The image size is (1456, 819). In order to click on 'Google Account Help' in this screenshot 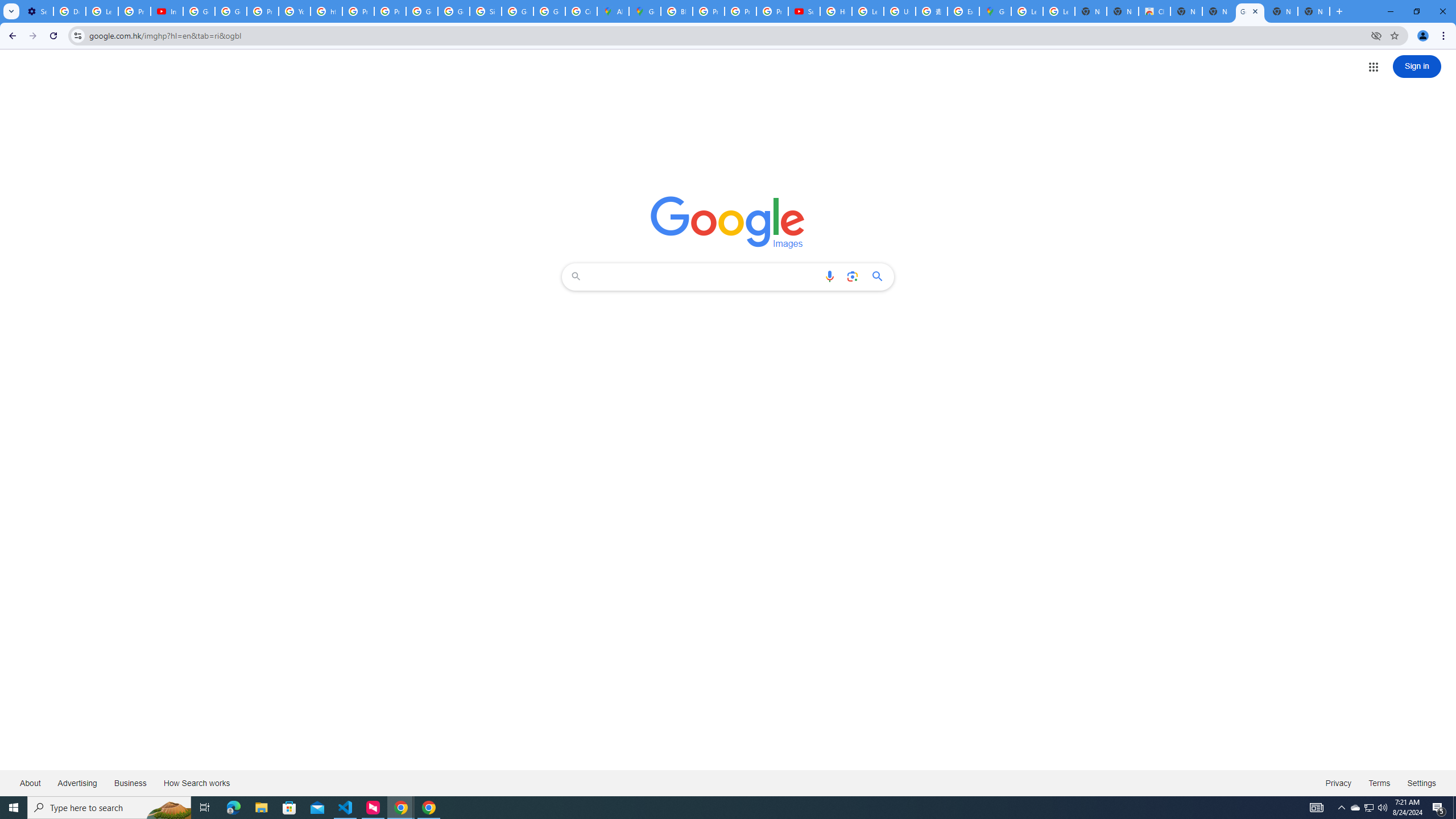, I will do `click(198, 11)`.